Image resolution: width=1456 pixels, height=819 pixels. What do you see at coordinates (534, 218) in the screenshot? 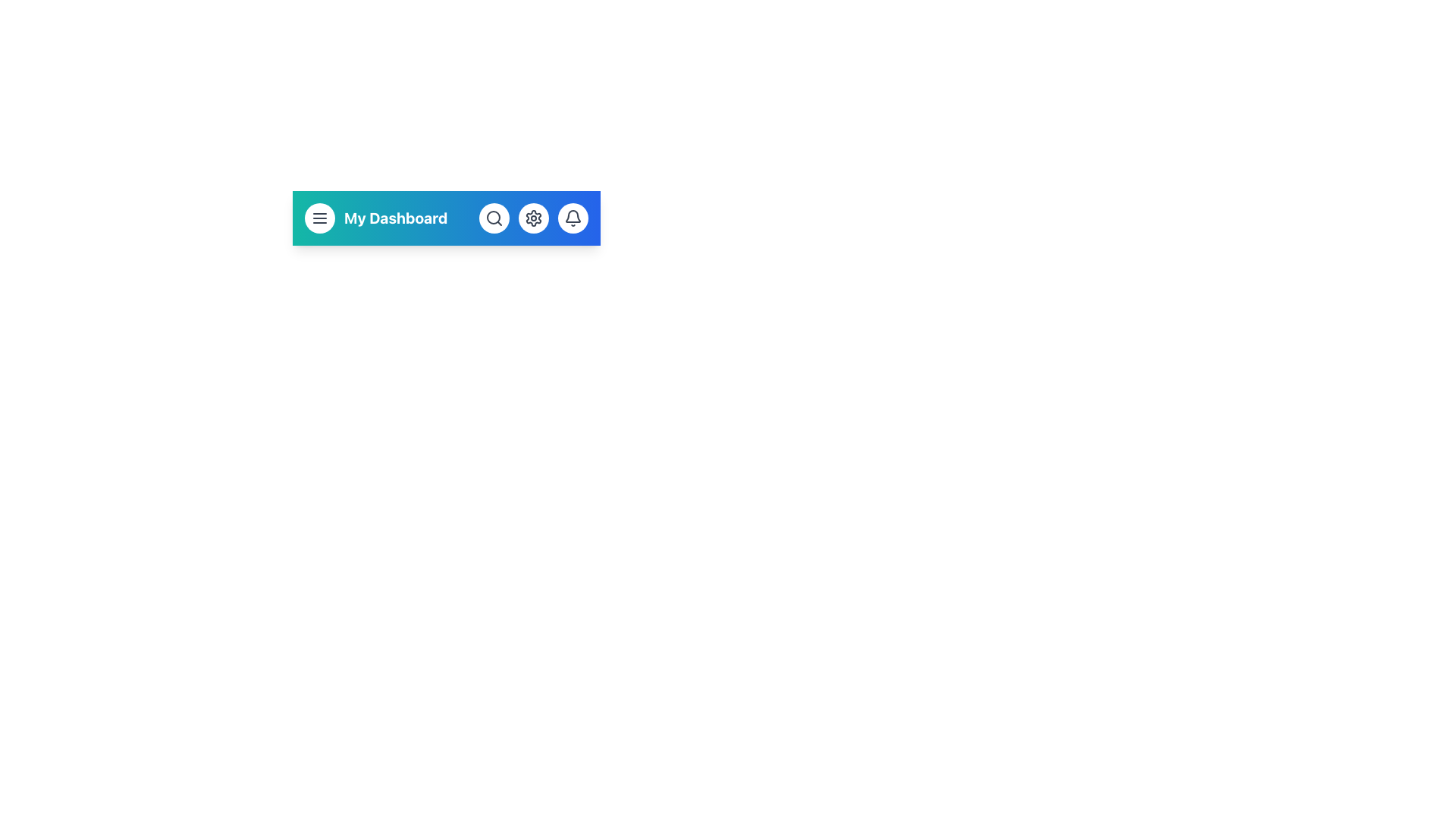
I see `the circular settings icon with a cogwheel symbol, located in the blue gradient toolbar` at bounding box center [534, 218].